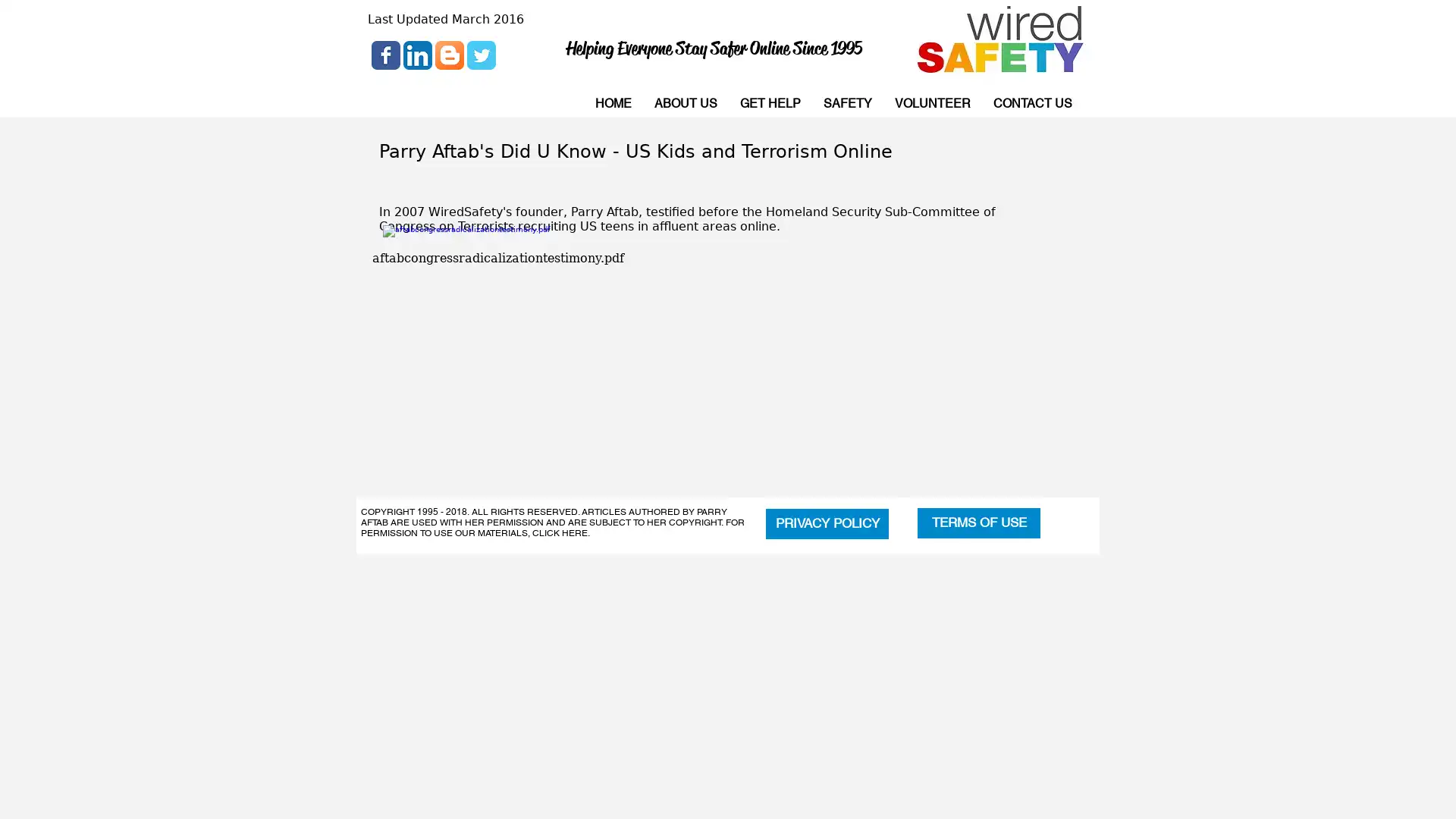 This screenshot has width=1456, height=819. I want to click on TERMS OF USE, so click(979, 522).